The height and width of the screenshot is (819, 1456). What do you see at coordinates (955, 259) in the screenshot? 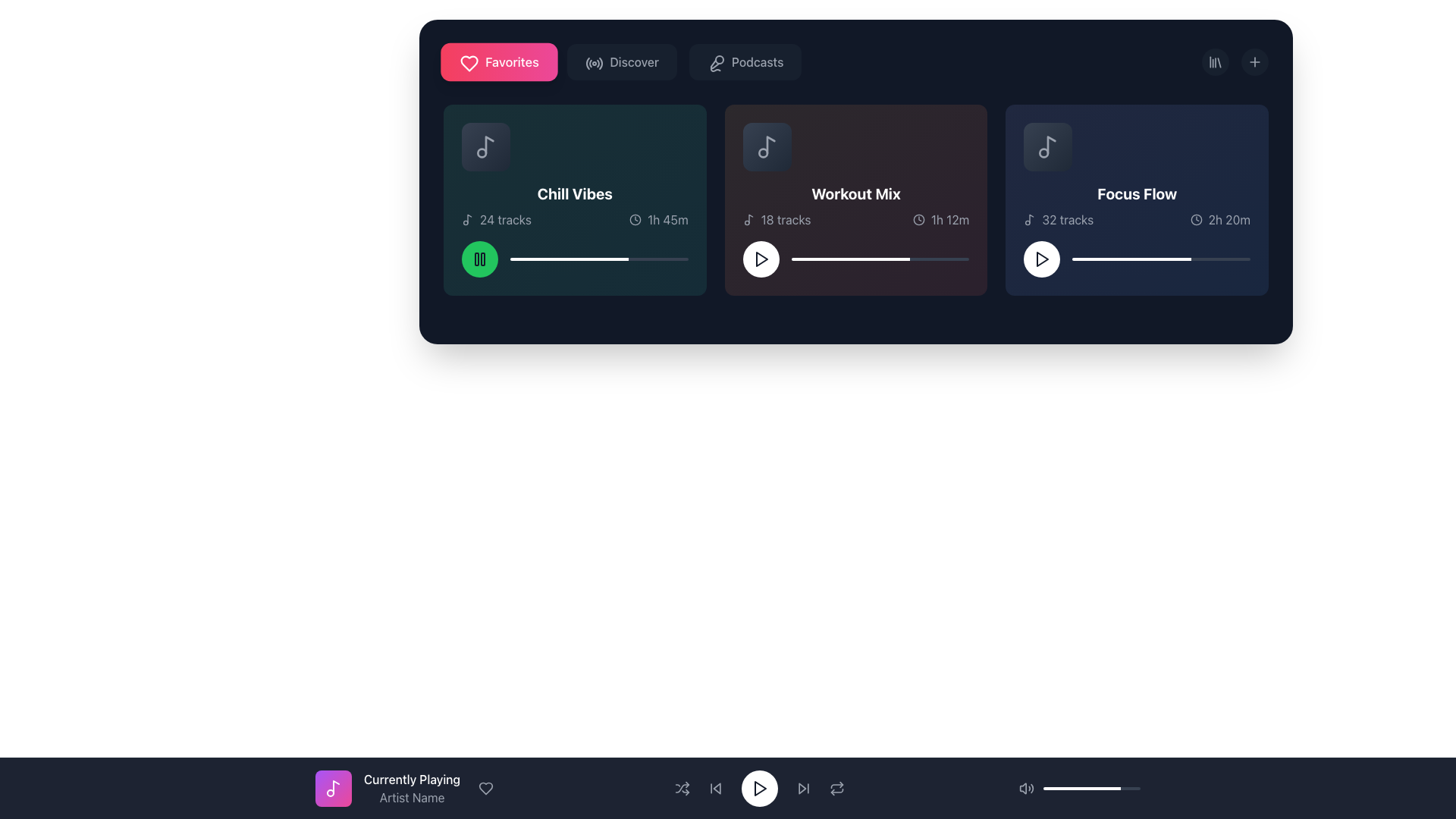
I see `the slider` at bounding box center [955, 259].